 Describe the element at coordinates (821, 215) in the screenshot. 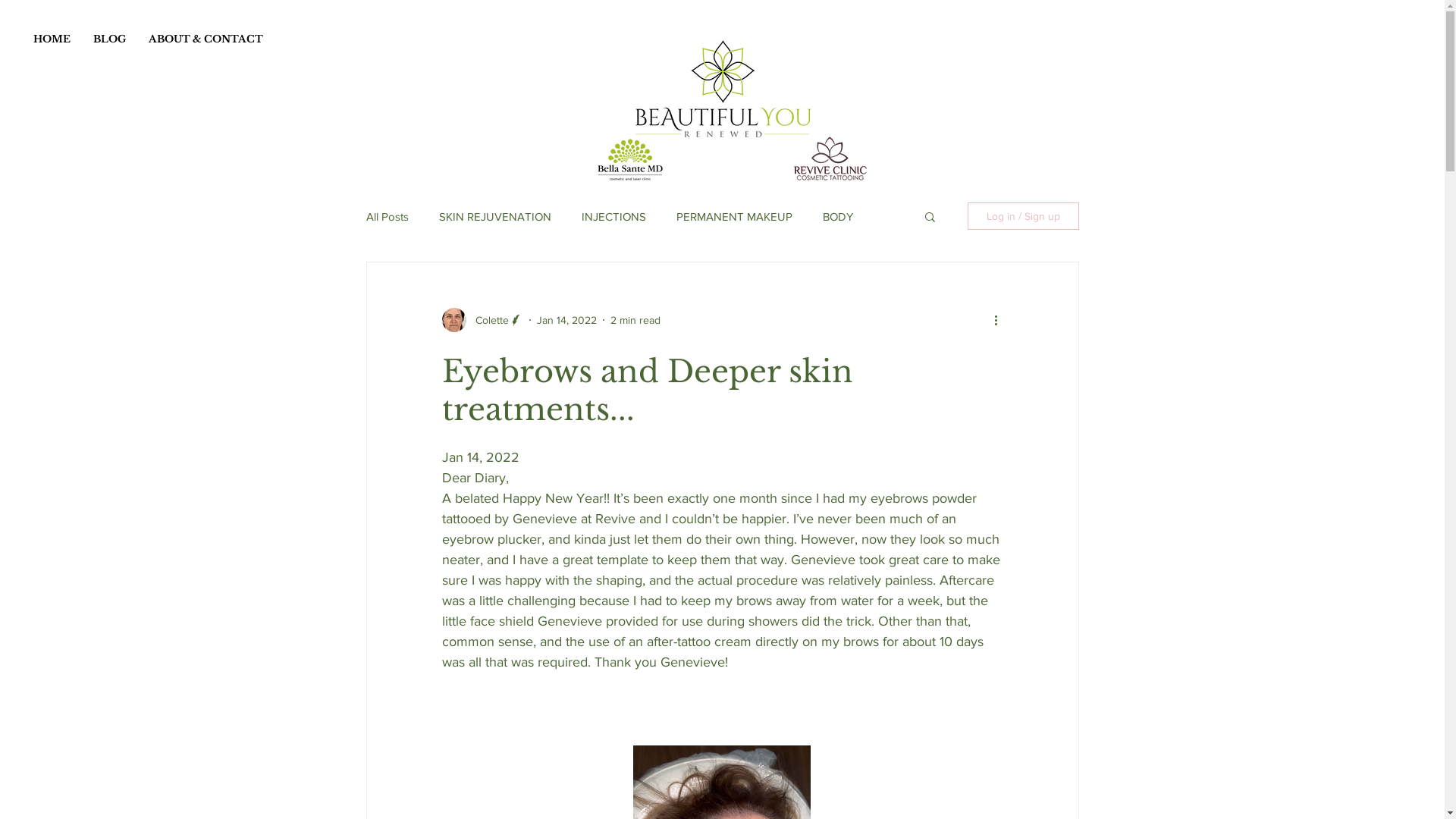

I see `'BODY'` at that location.